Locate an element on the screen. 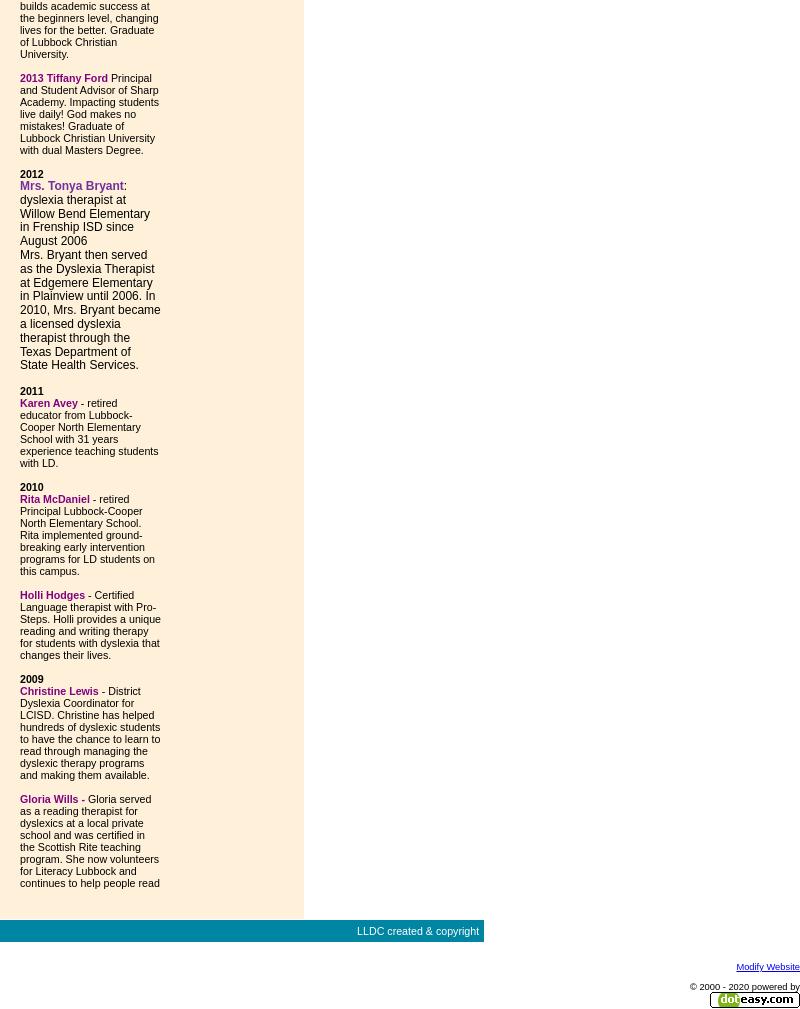 This screenshot has width=800, height=1009. '- Certified Language therapist with Pro-Steps. Holli provides a unique reading and writing therapy for students with dyslexia that changes their lives.' is located at coordinates (90, 624).